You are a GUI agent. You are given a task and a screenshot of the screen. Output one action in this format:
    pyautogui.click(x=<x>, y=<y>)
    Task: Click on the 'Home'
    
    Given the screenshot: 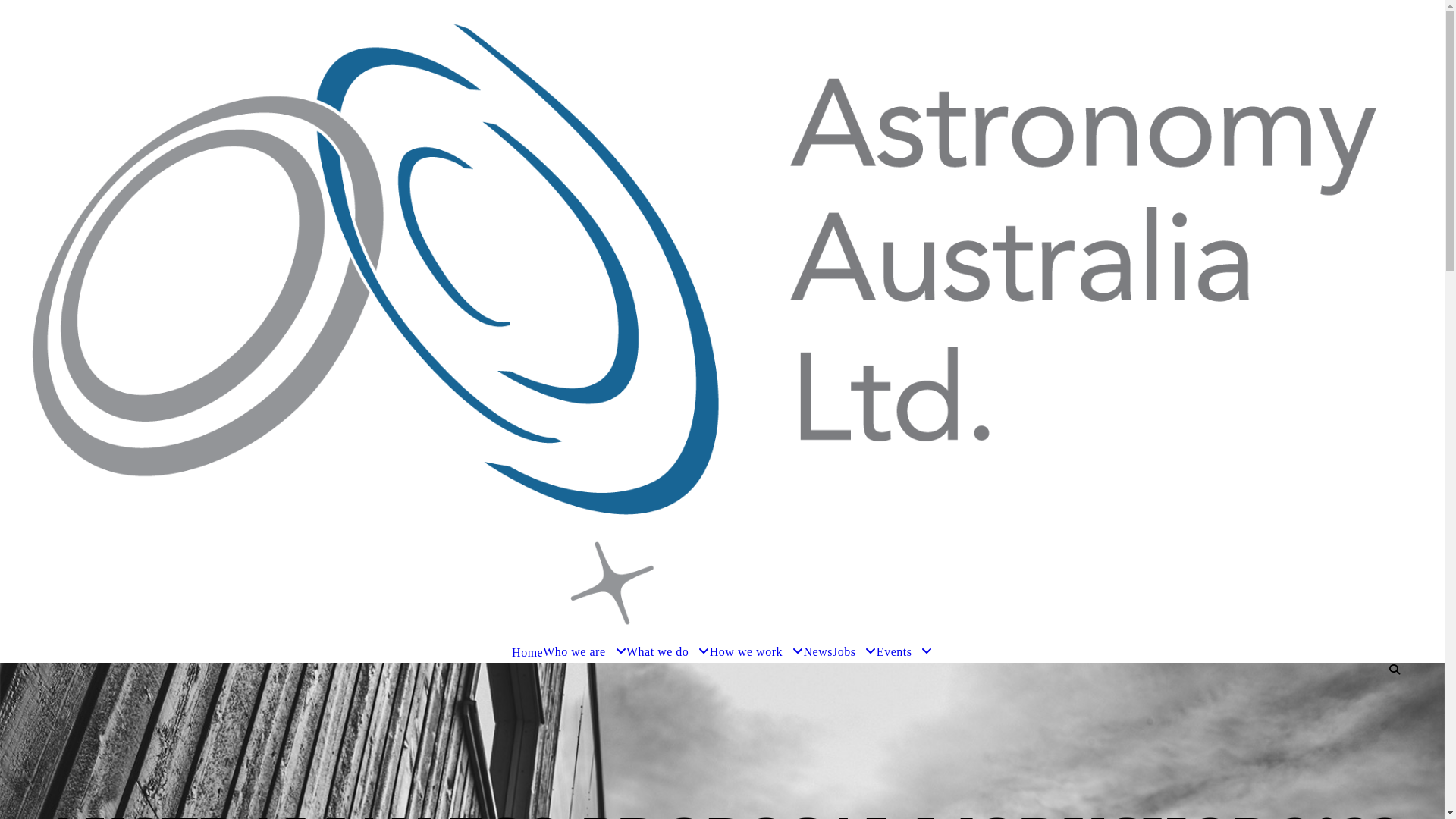 What is the action you would take?
    pyautogui.click(x=527, y=651)
    